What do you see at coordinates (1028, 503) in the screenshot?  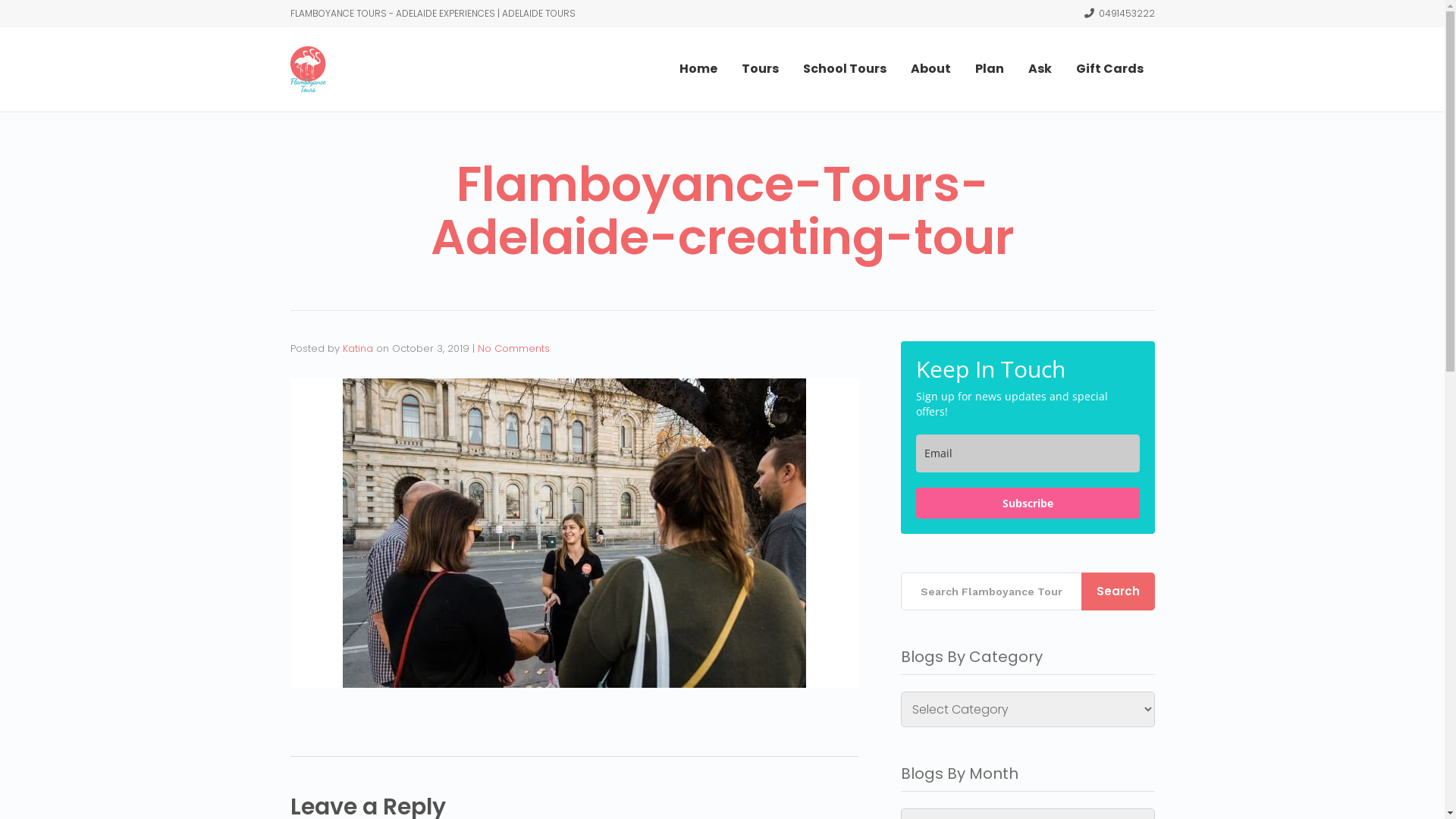 I see `'Subscribe'` at bounding box center [1028, 503].